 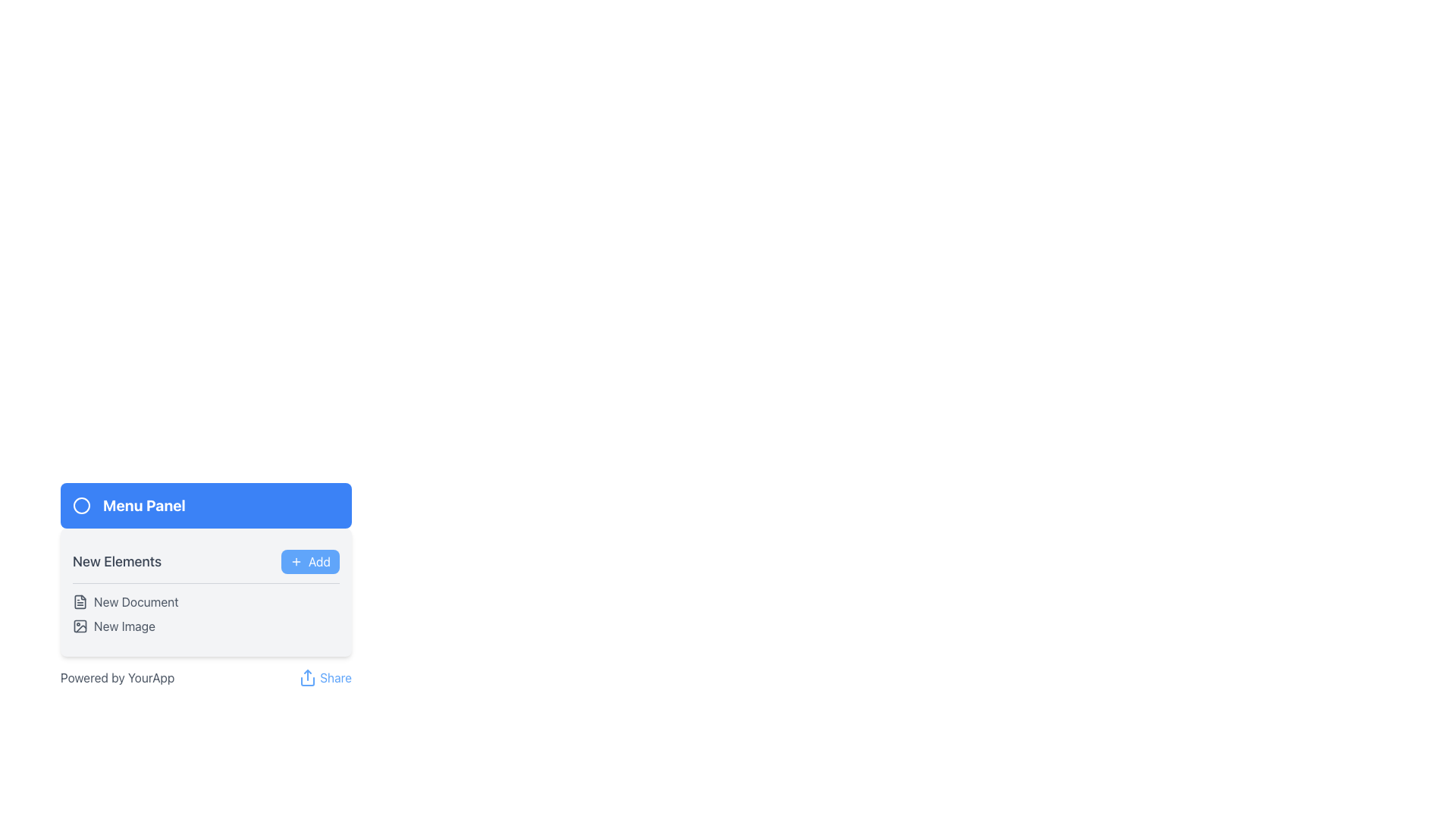 What do you see at coordinates (307, 677) in the screenshot?
I see `the blue-colored share icon adjacent to the 'Share' text label in the bottom-left section of the user interface` at bounding box center [307, 677].